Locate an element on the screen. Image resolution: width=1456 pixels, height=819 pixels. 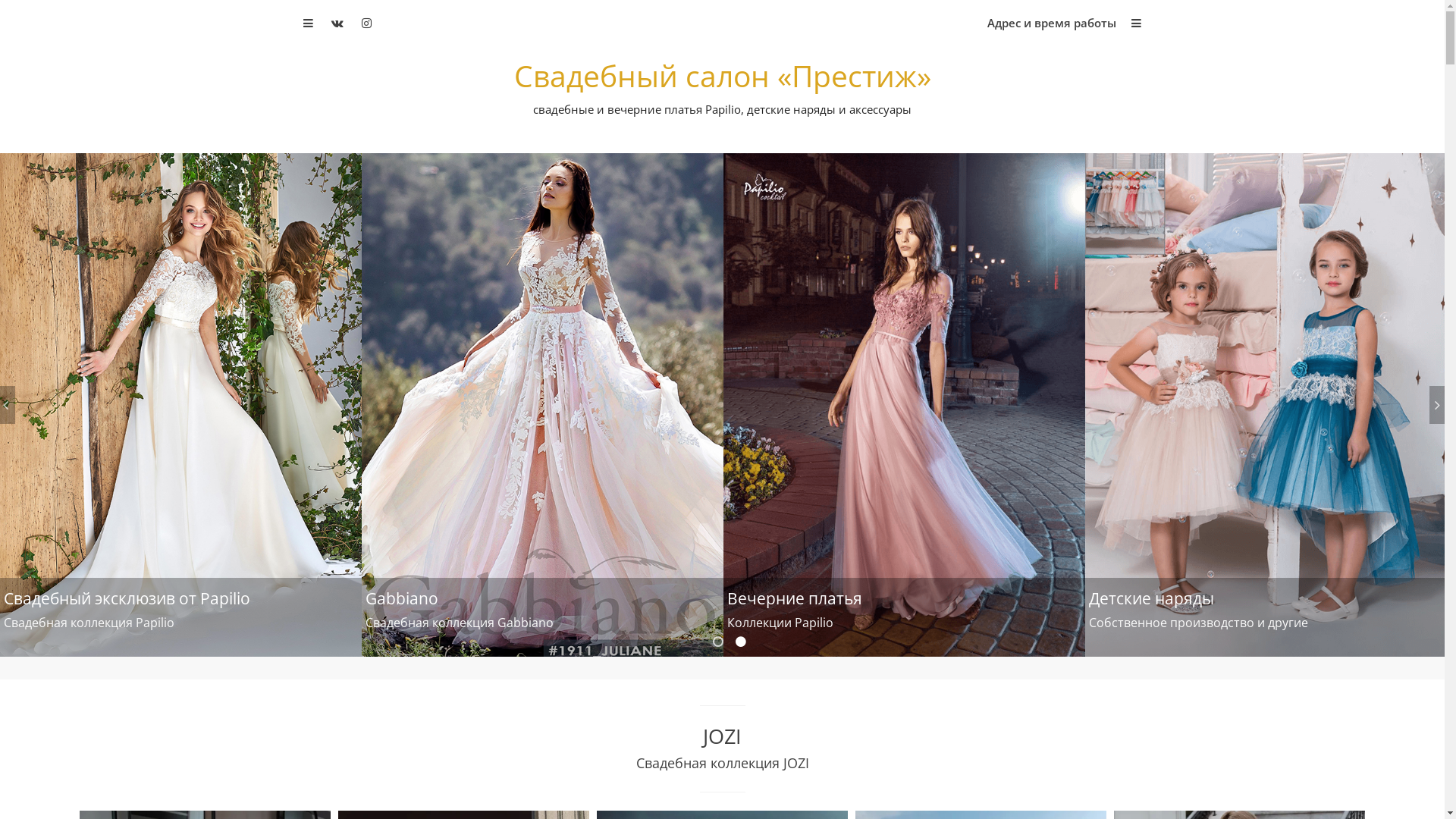
'PREVIOUS' is located at coordinates (7, 403).